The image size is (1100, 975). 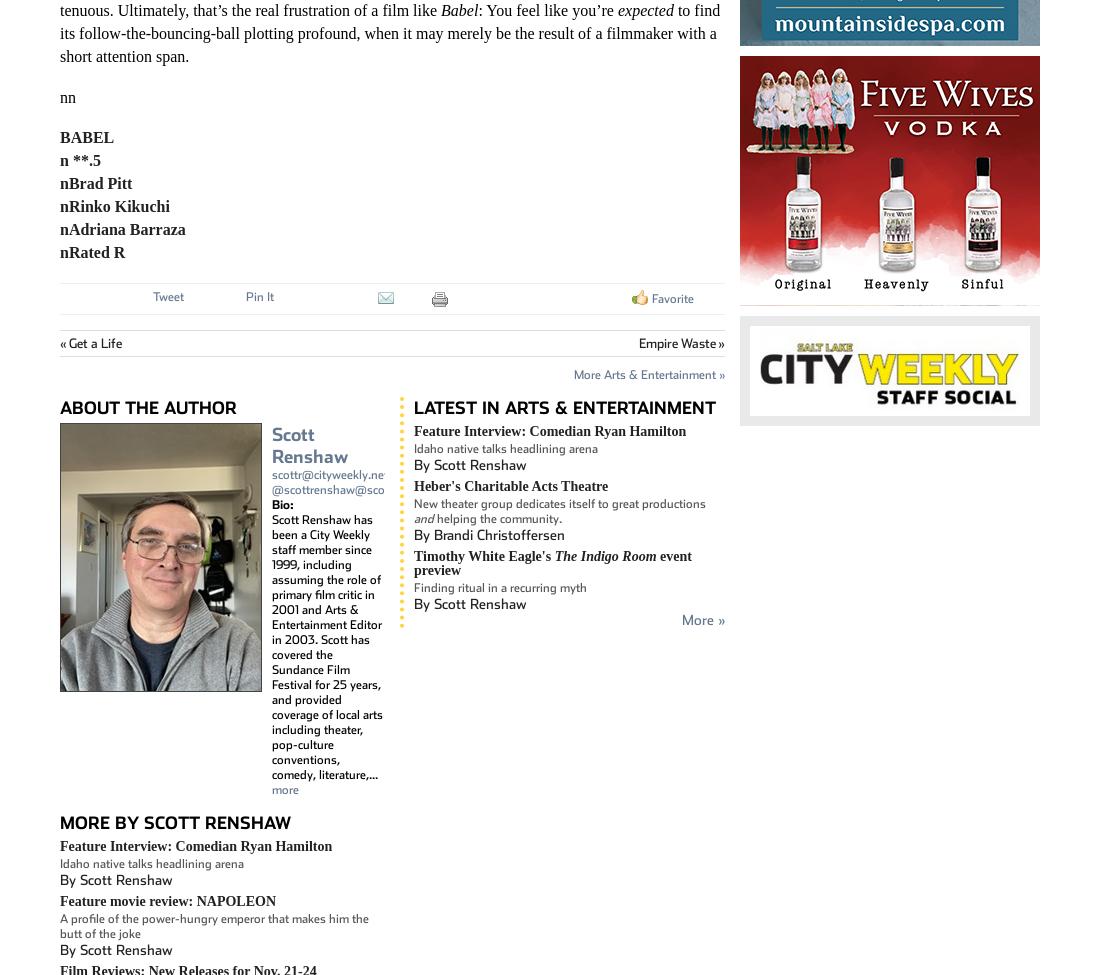 I want to click on ': You feel like you’re', so click(x=476, y=10).